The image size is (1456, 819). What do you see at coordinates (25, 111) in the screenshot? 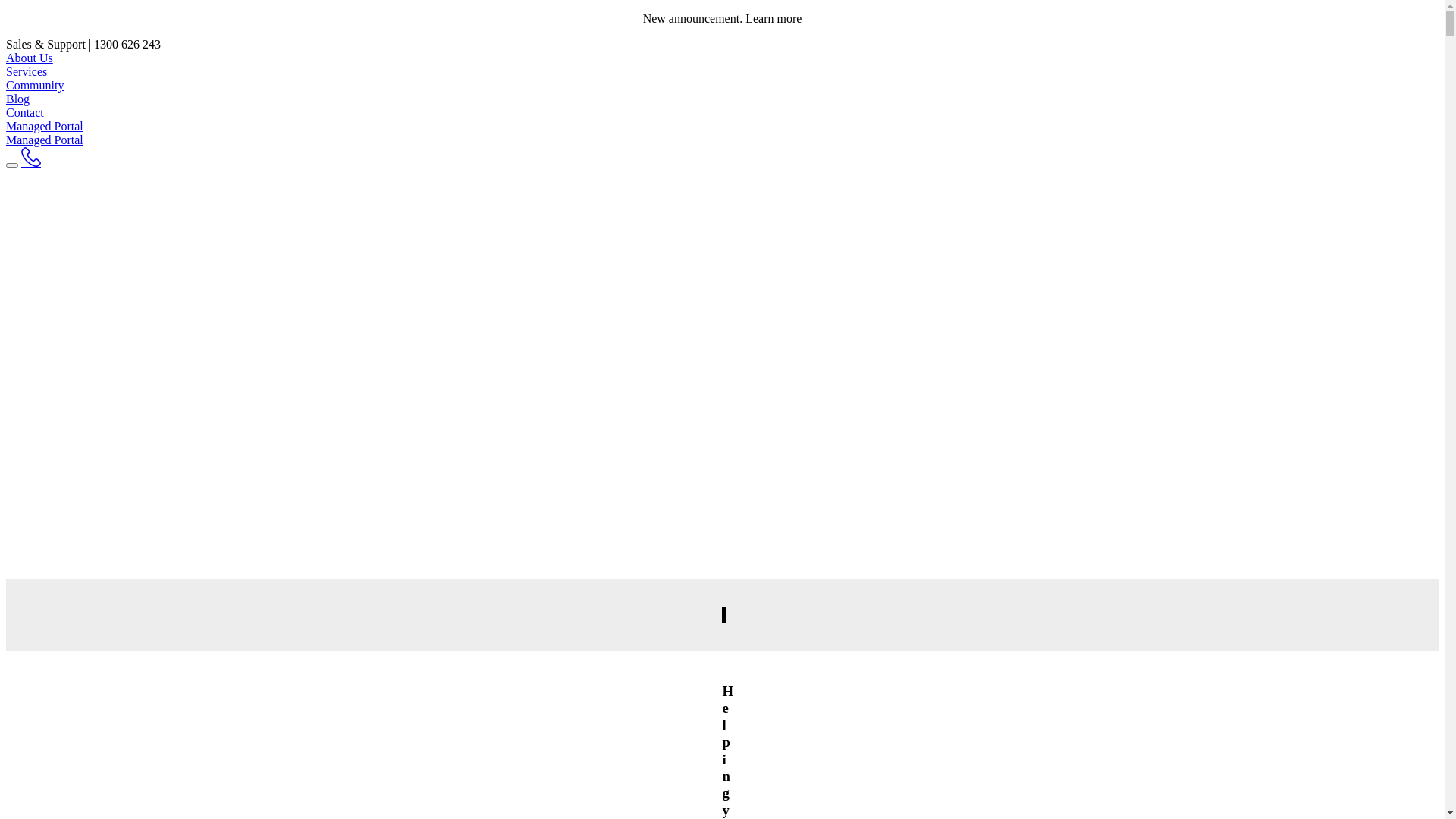
I see `'Contact'` at bounding box center [25, 111].